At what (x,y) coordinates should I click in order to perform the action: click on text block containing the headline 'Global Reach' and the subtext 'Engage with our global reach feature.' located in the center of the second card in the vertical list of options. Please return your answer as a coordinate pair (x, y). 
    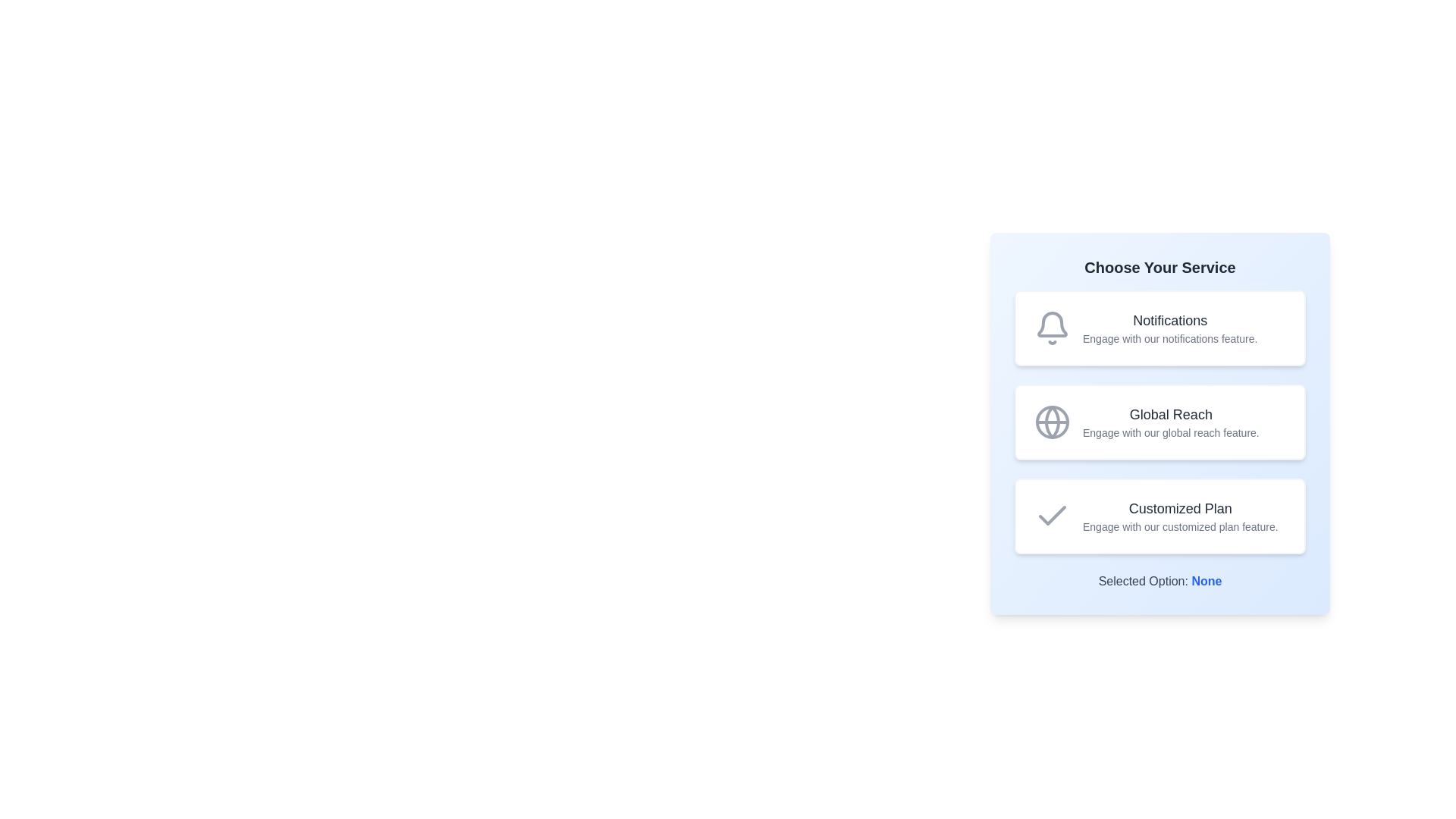
    Looking at the image, I should click on (1170, 422).